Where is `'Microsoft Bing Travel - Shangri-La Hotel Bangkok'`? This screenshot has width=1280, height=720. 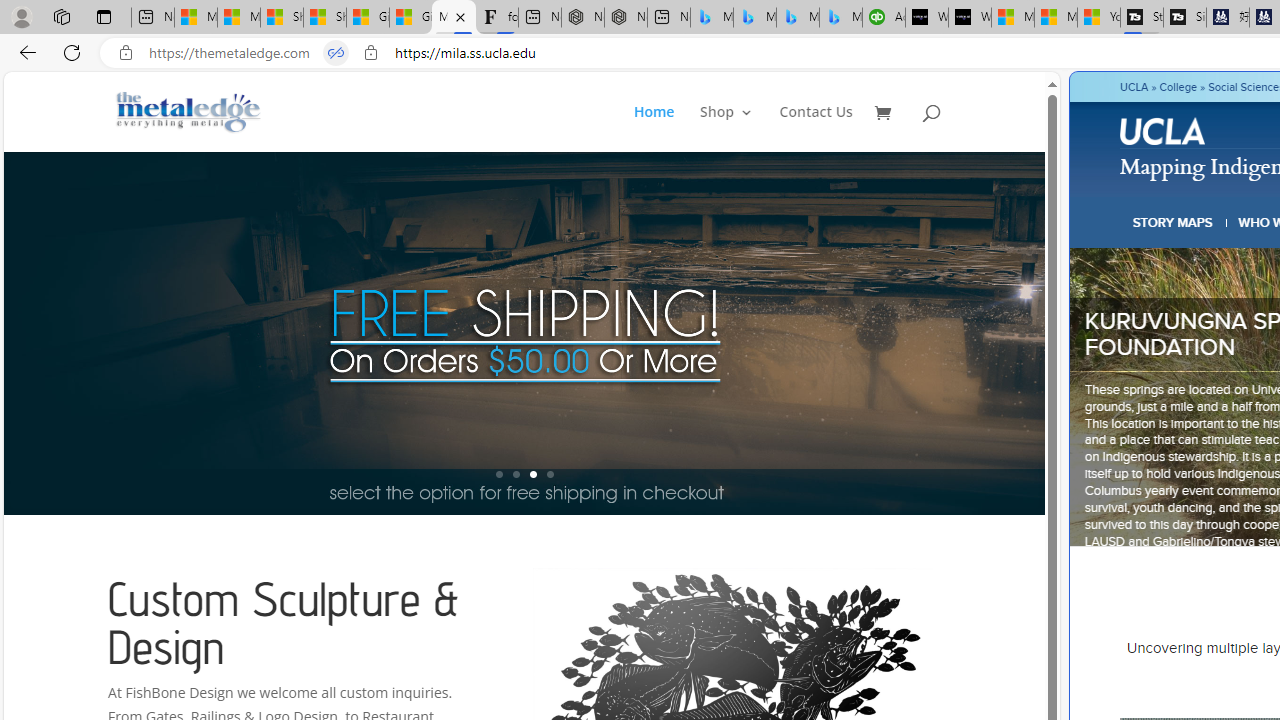
'Microsoft Bing Travel - Shangri-La Hotel Bangkok' is located at coordinates (840, 17).